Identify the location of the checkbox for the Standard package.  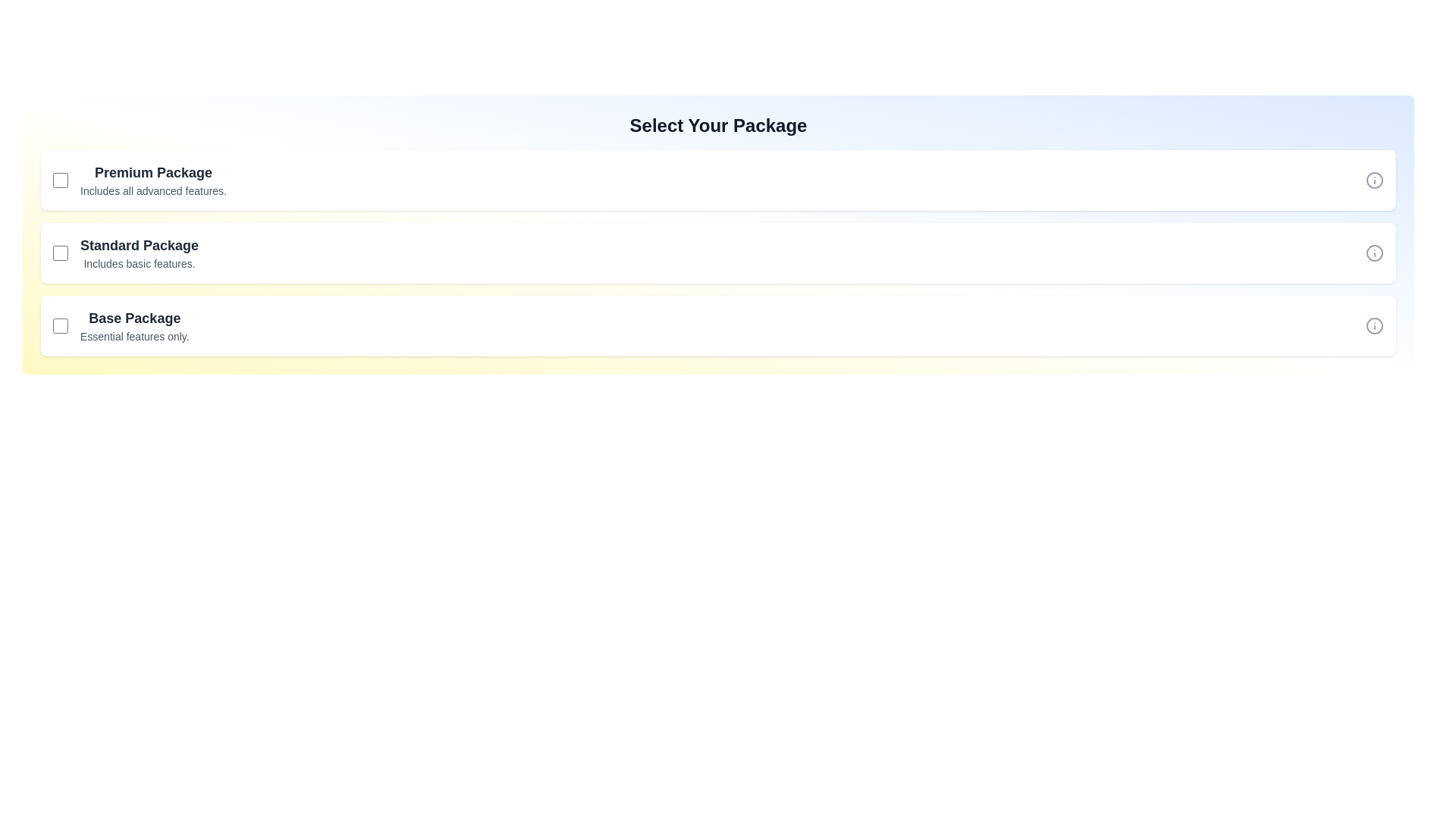
(61, 253).